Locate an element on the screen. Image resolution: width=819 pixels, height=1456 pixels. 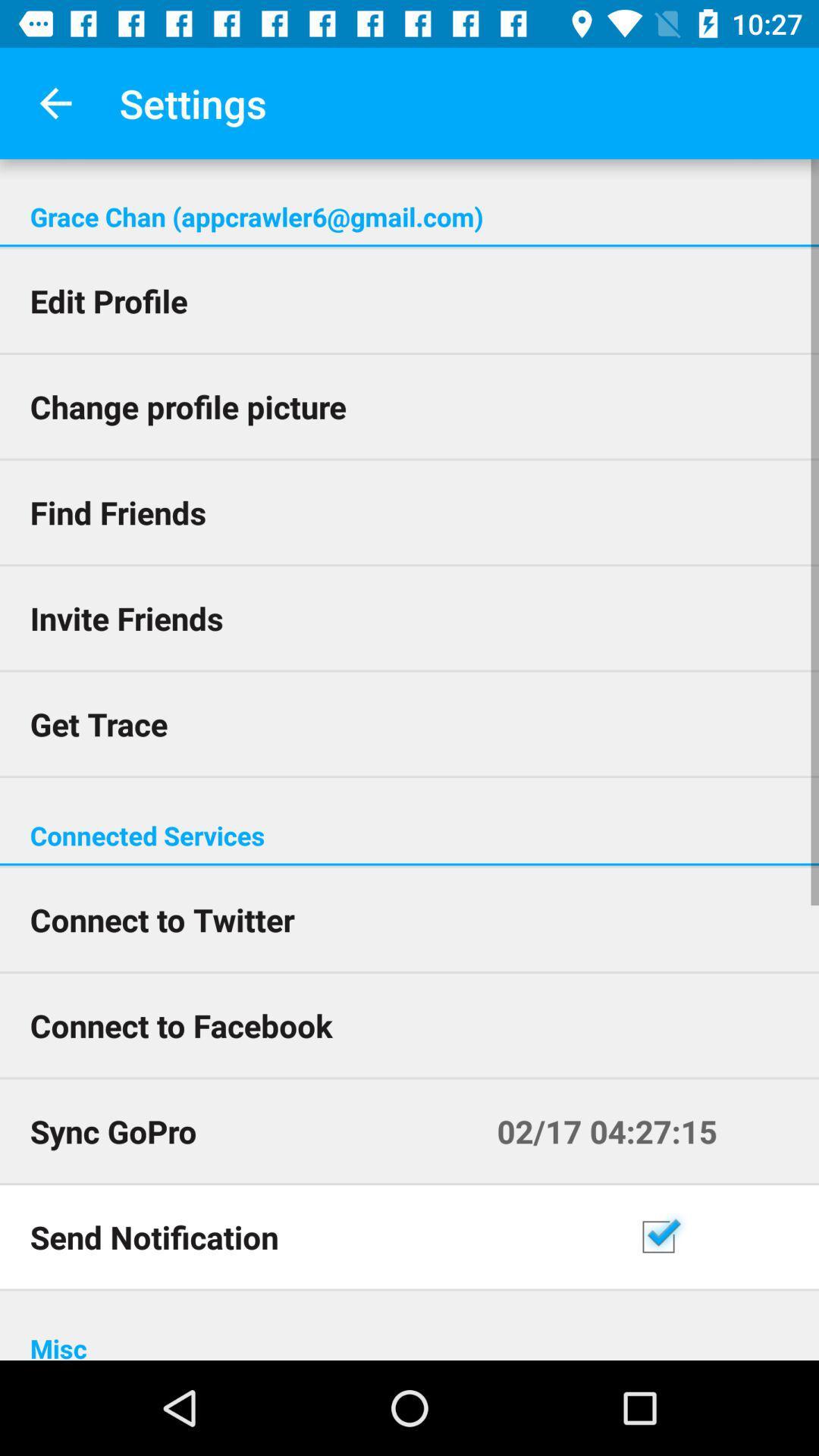
the item next to sync gopro item is located at coordinates (642, 1131).